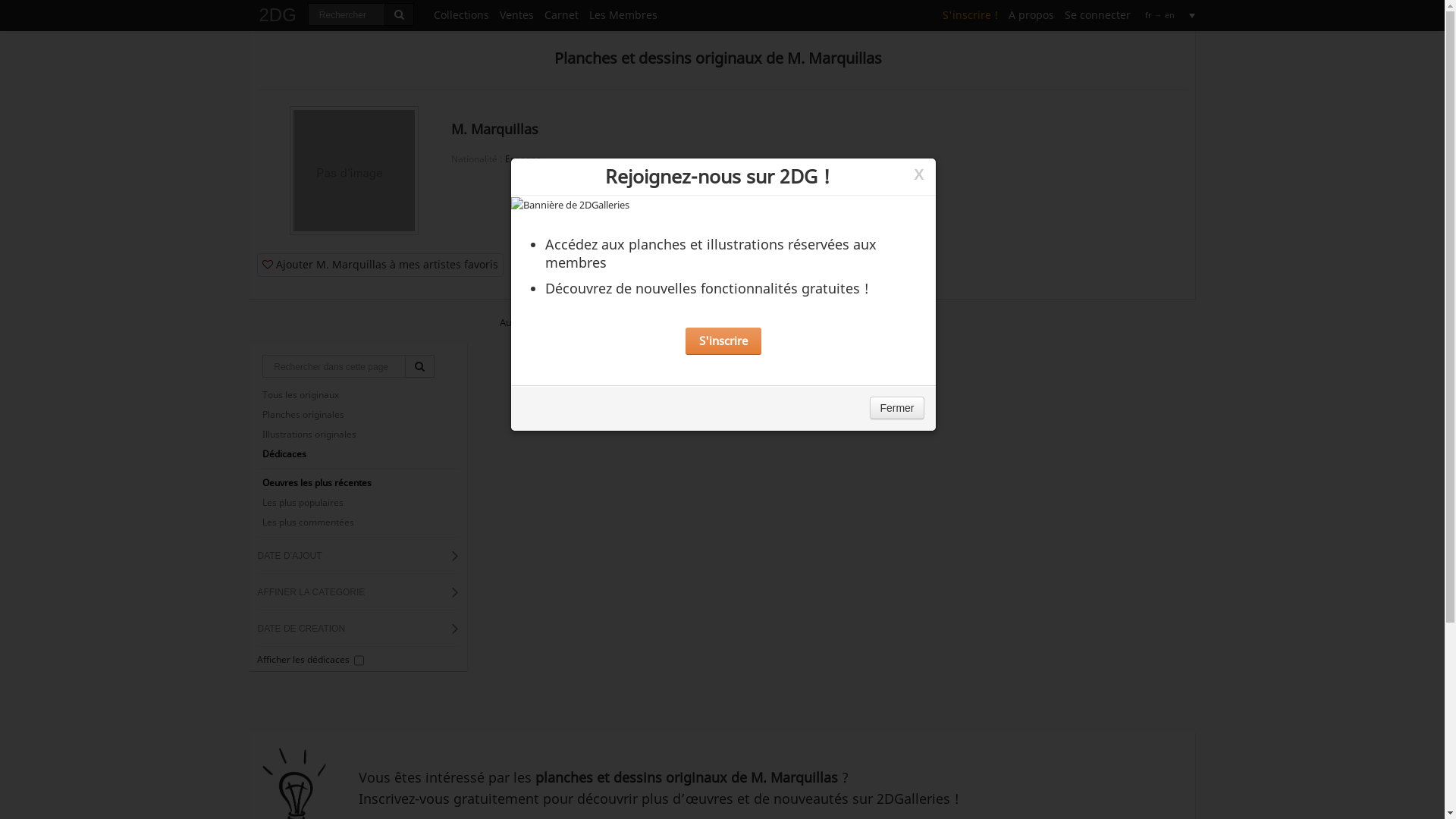  I want to click on 'A propos', so click(1030, 14).